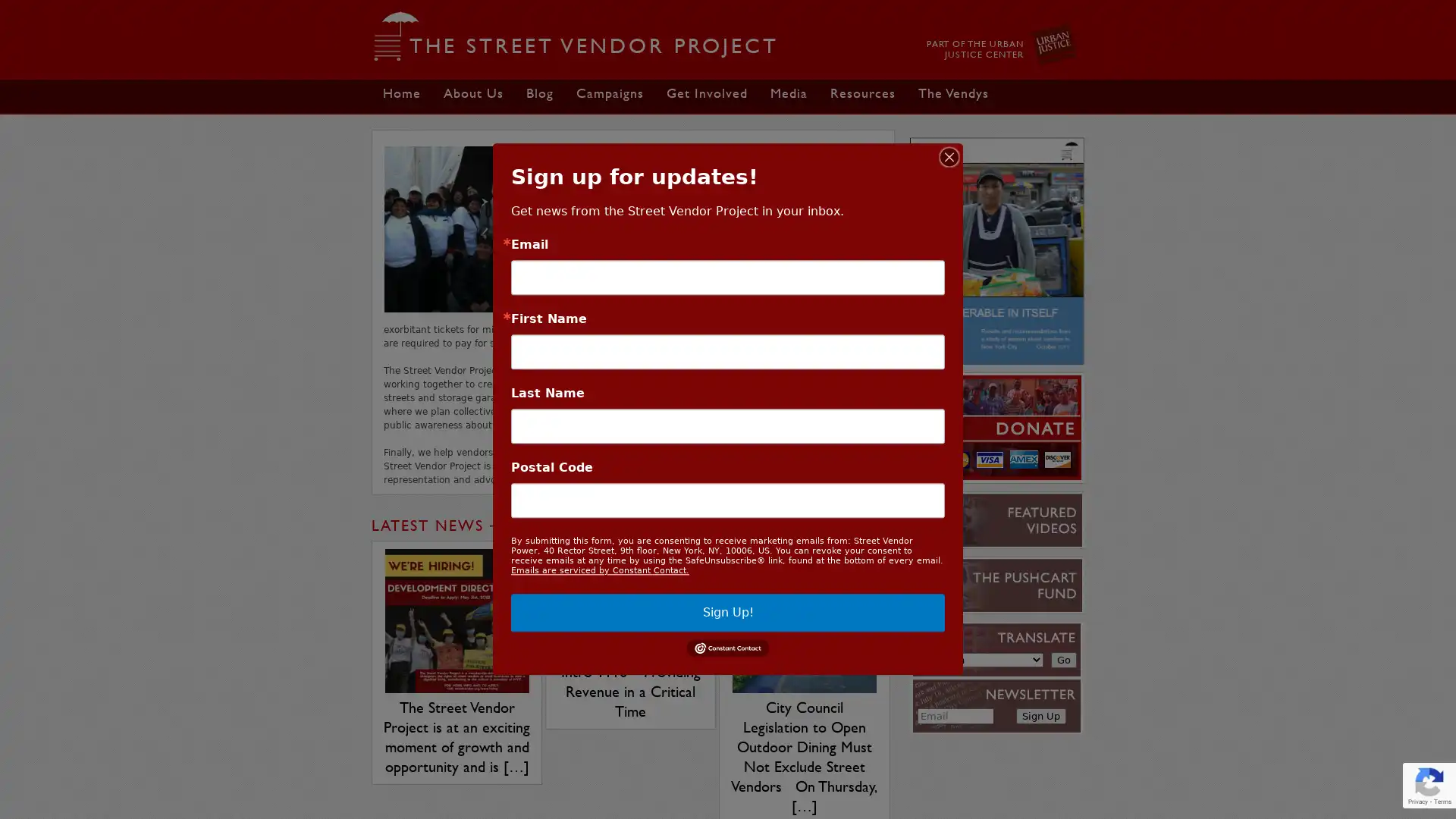  Describe the element at coordinates (1040, 716) in the screenshot. I see `Sign Up` at that location.